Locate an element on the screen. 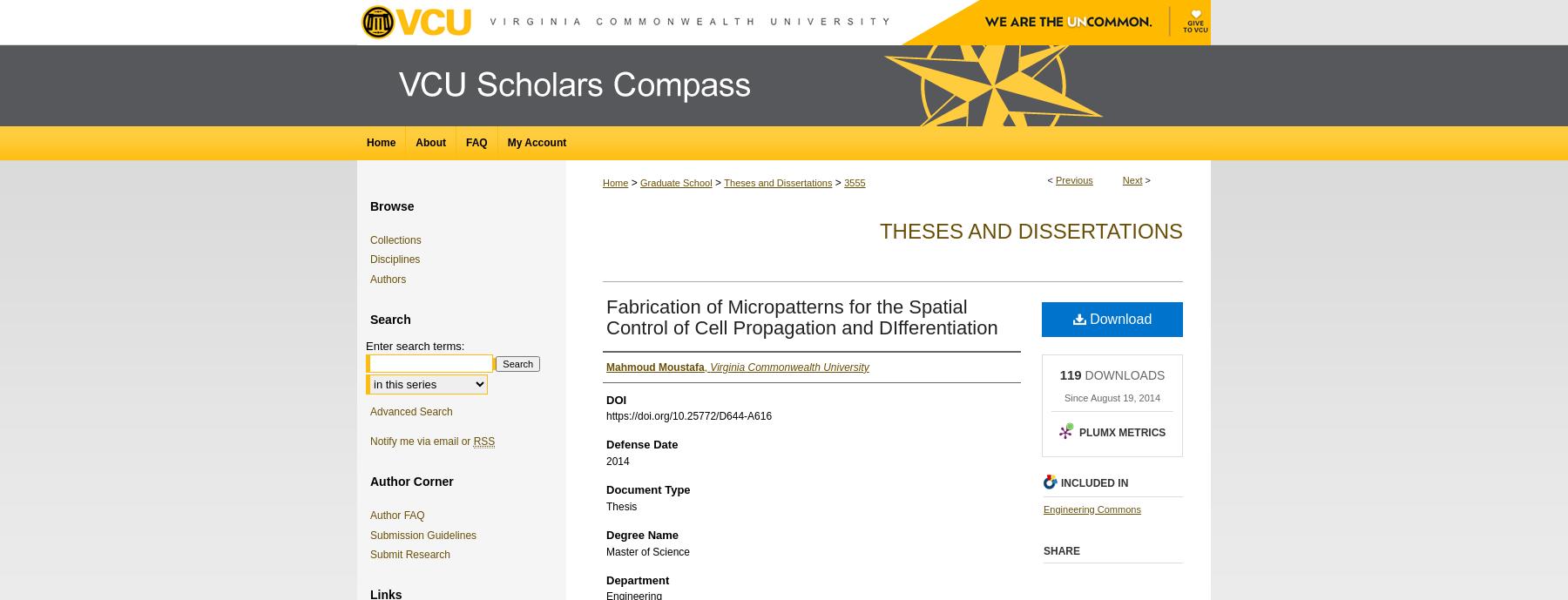 The image size is (1568, 600). 'Submit Research' is located at coordinates (409, 554).